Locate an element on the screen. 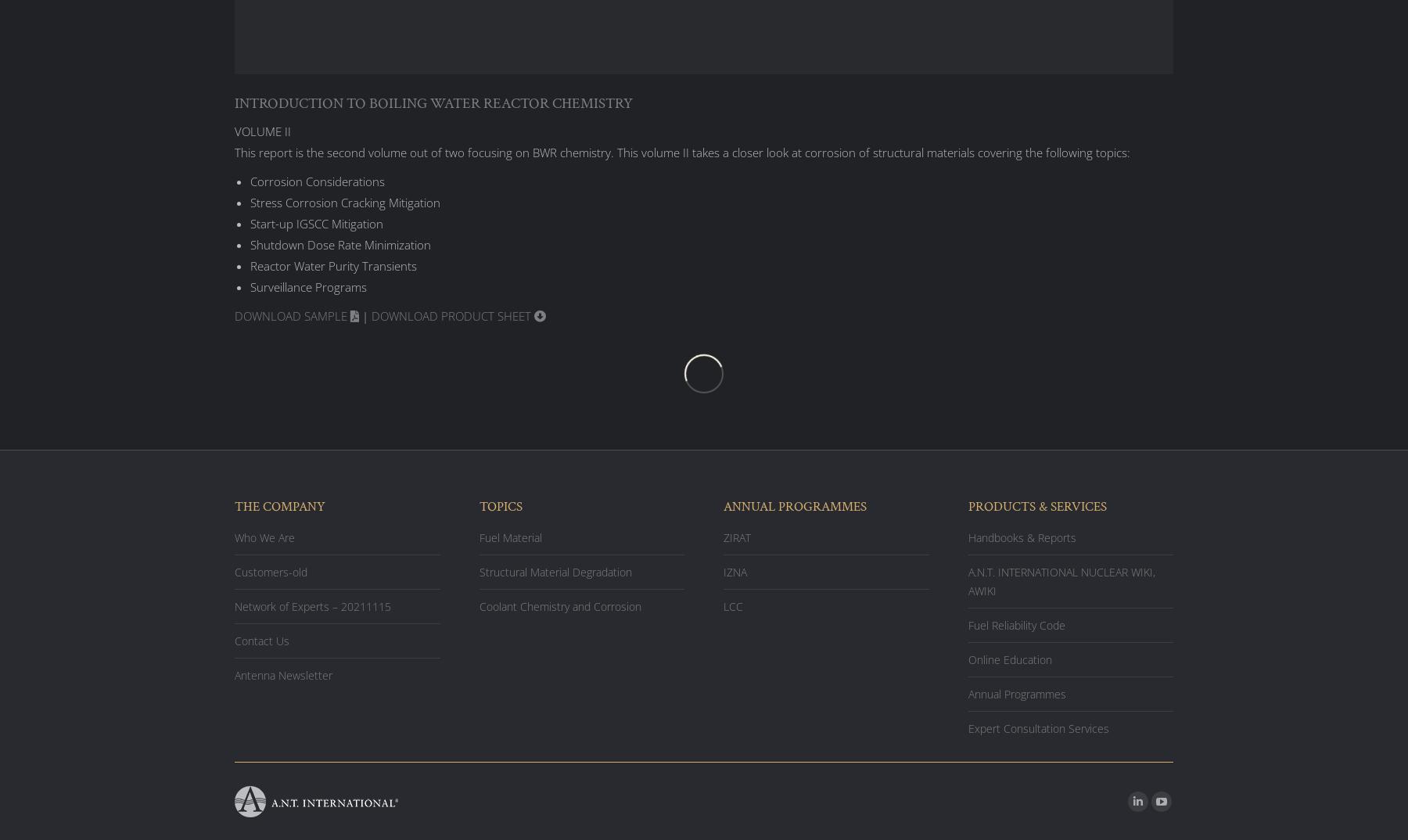 Image resolution: width=1408 pixels, height=840 pixels. 'TOPICS' is located at coordinates (500, 504).